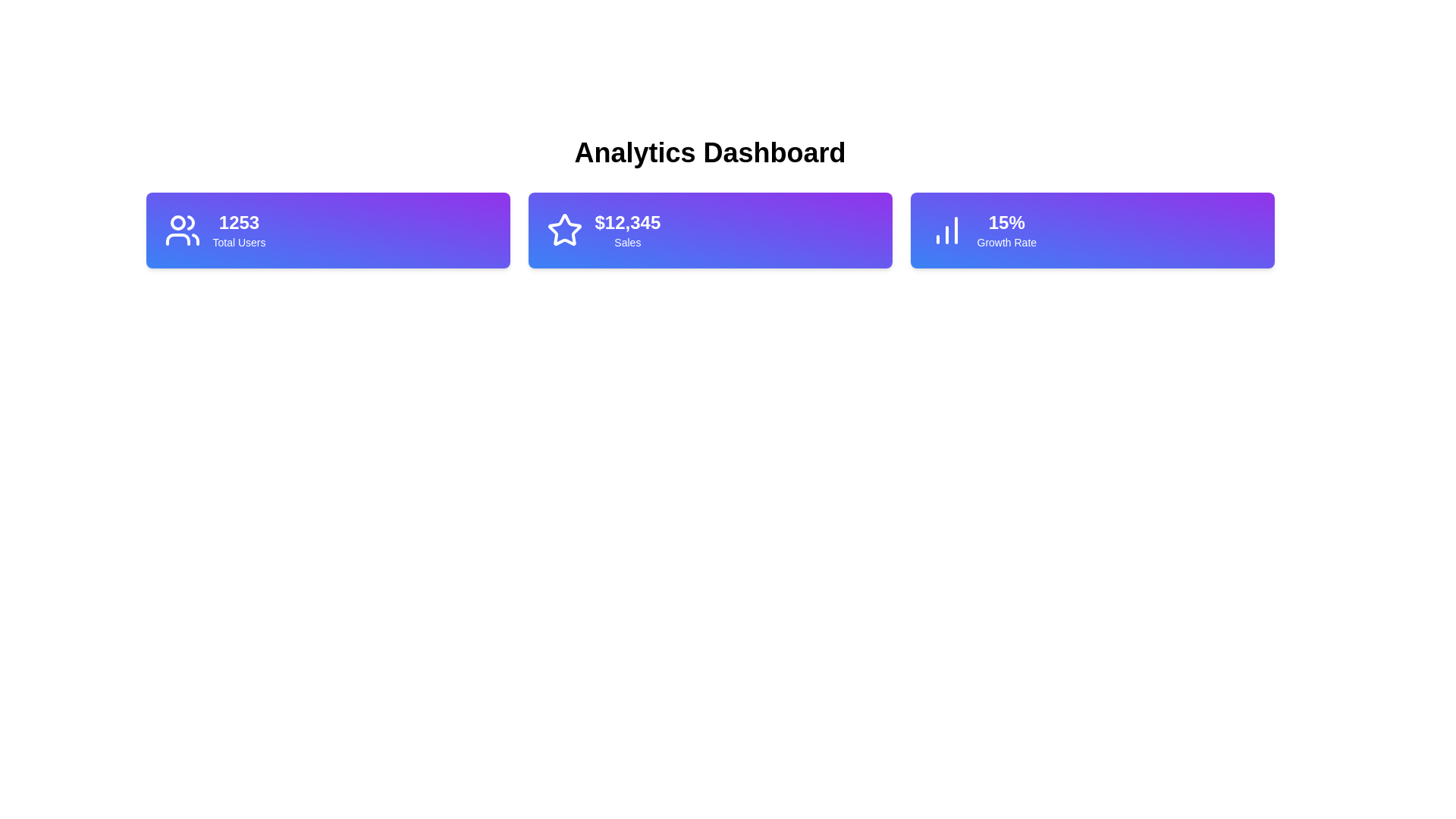 The image size is (1456, 819). I want to click on displayed sales data of $12,345 from the stat card, which is the second card in a horizontal layout between the '1253 Total Users' card and the '15% Growth Rate' card, so click(709, 231).